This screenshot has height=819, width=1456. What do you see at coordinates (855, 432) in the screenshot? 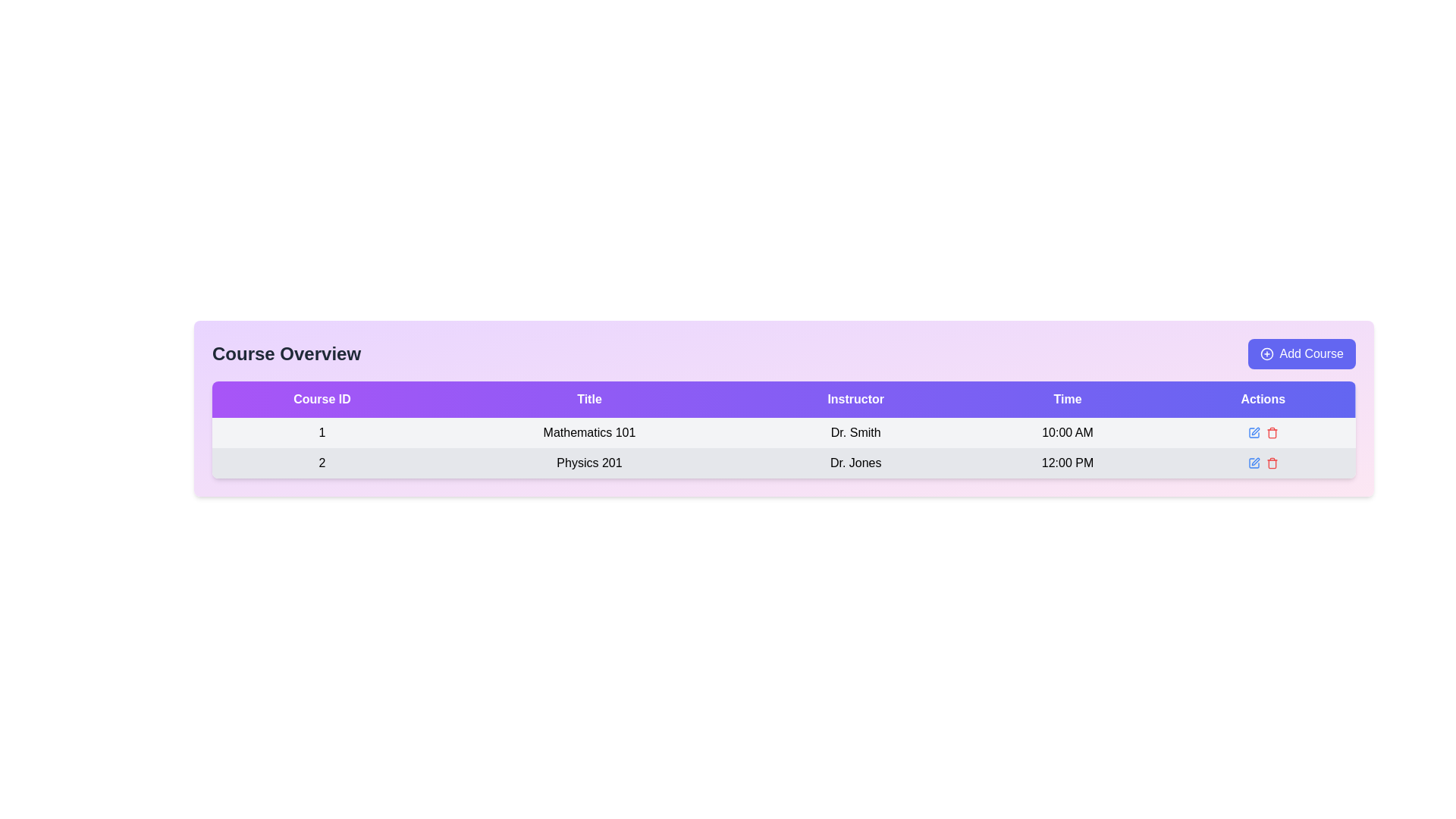
I see `the Text label representing the instructor for the course 'Mathematics 101', located in the third column of the first row of a table, between 'Mathematics 101' and '10:00 AM'` at bounding box center [855, 432].